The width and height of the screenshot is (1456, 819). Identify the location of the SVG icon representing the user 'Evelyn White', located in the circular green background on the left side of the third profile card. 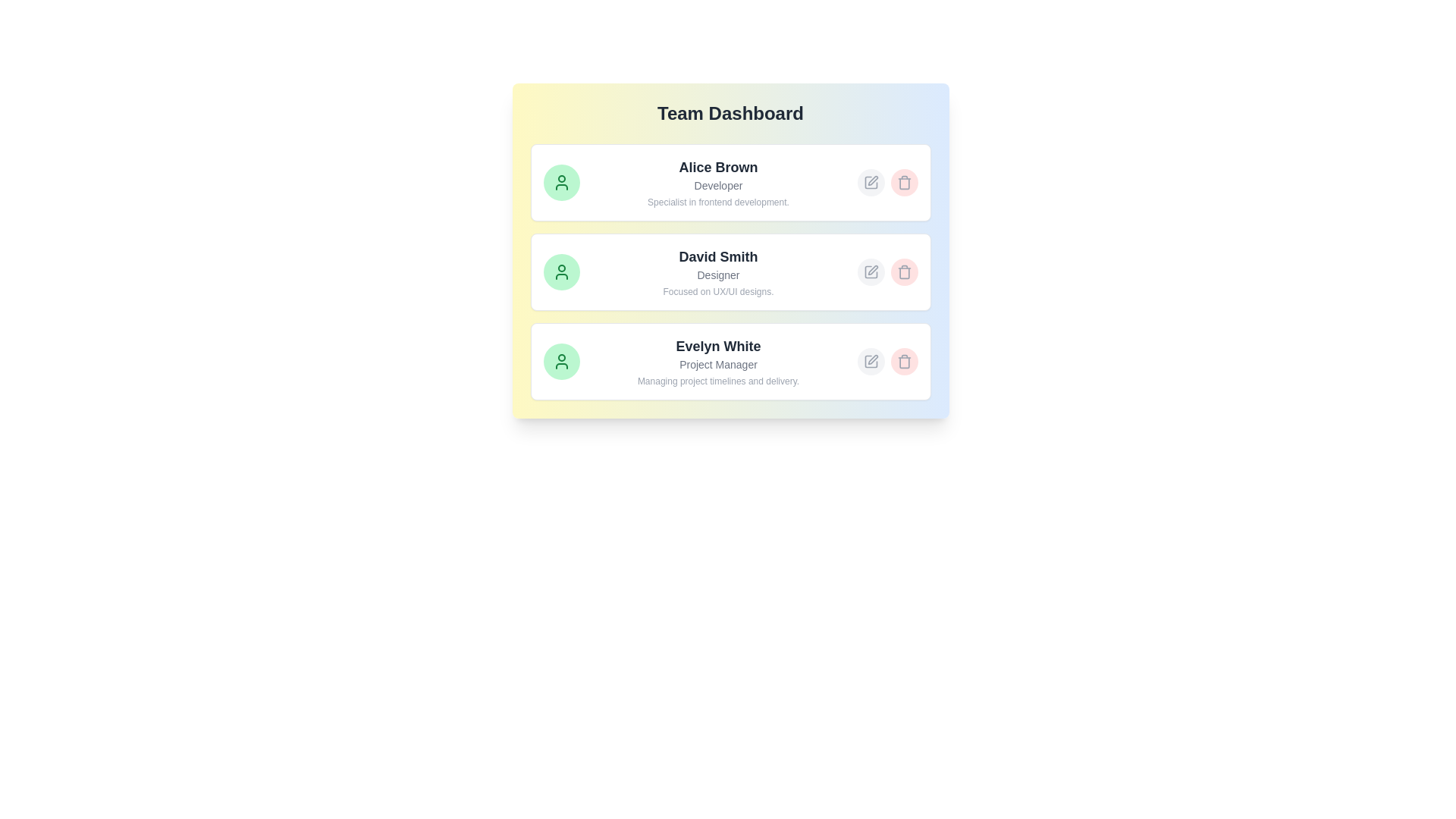
(560, 362).